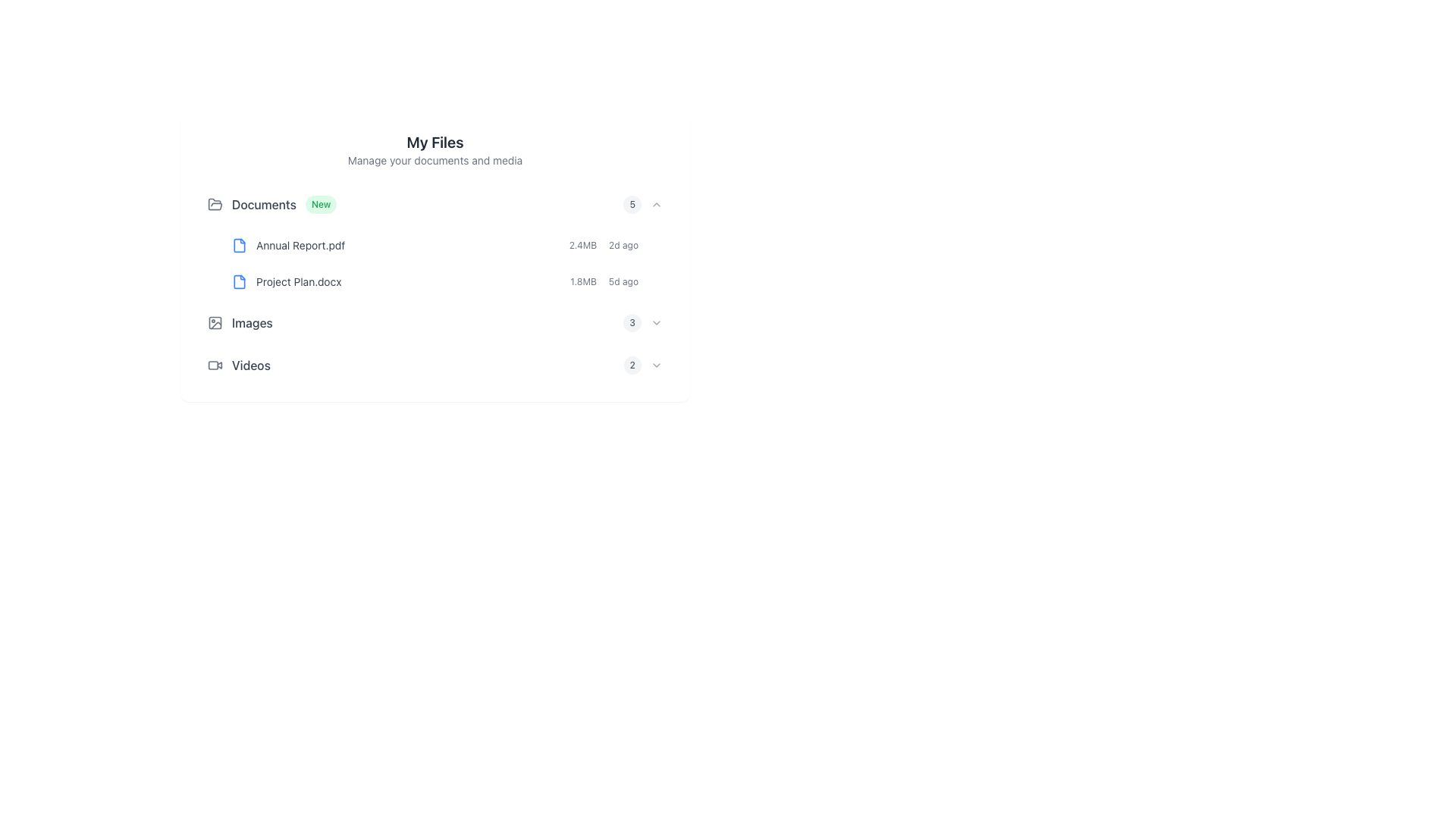 This screenshot has height=819, width=1456. I want to click on the text component displaying metadata for 'Project Plan.docx', which includes file size and last modified date, located in the second row under 'Documents', so click(617, 281).